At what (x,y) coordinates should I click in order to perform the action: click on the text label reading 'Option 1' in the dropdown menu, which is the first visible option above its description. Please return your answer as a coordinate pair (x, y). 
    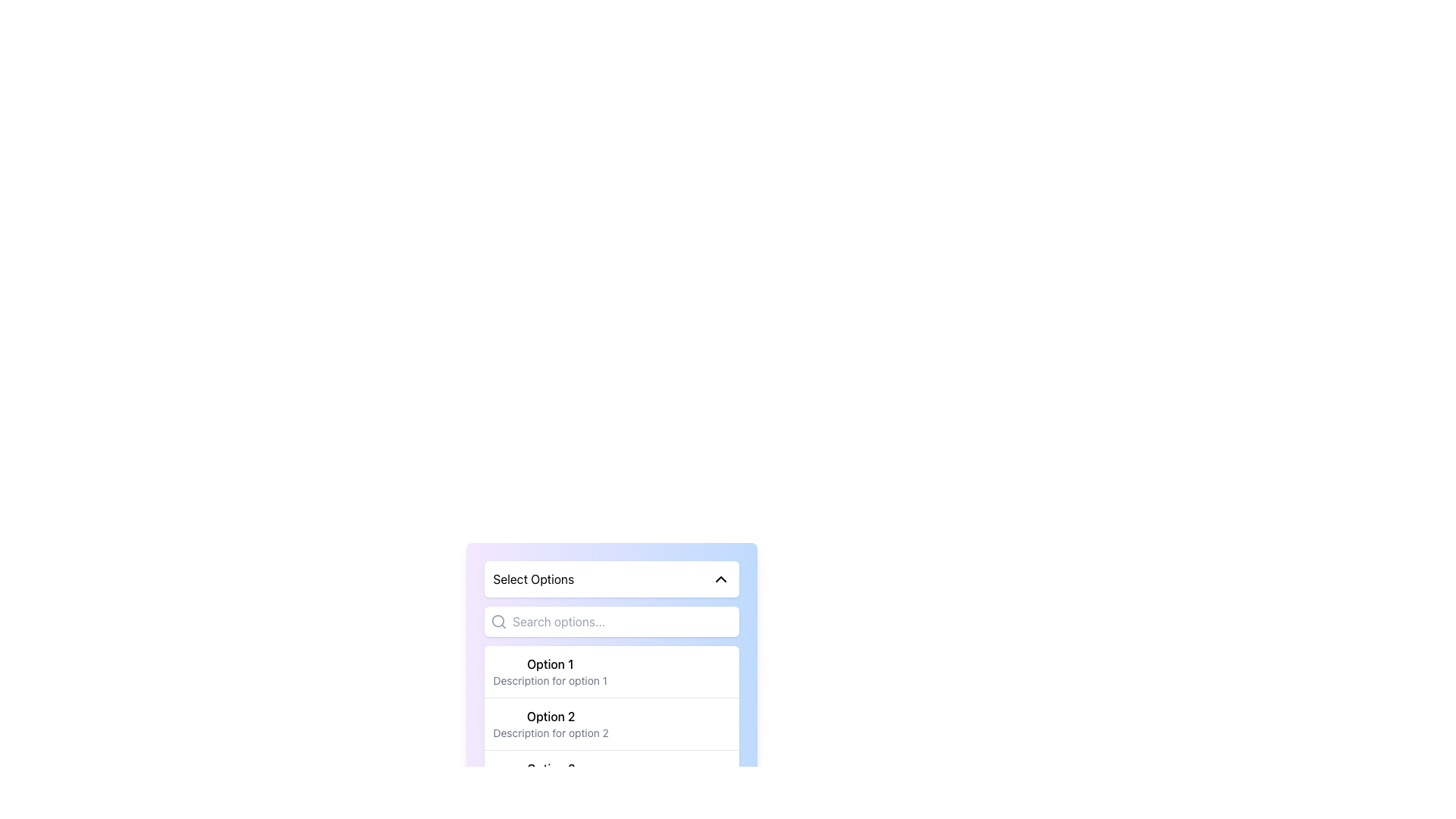
    Looking at the image, I should click on (549, 663).